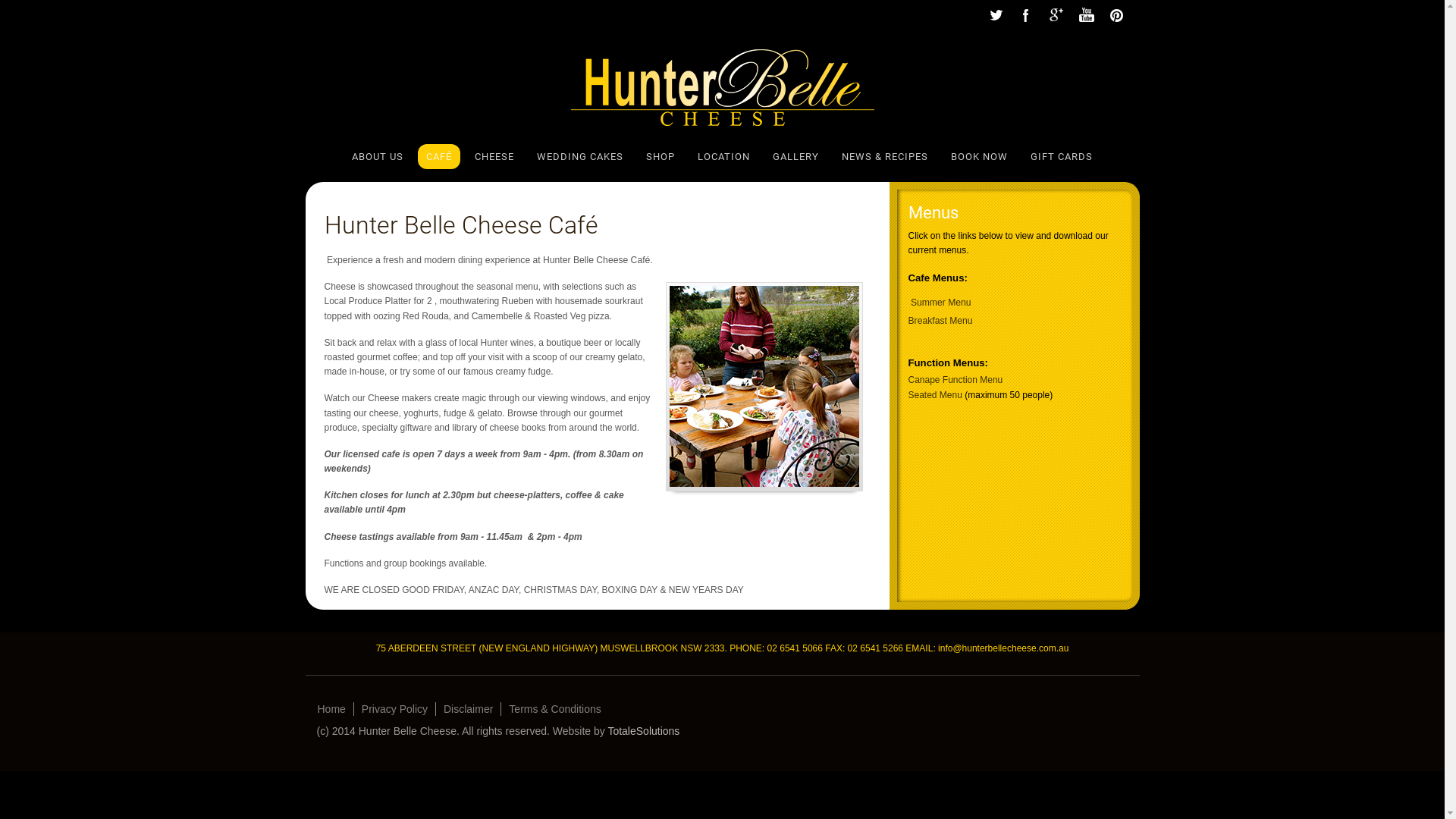 The width and height of the screenshot is (1456, 819). I want to click on 'WEDDING CAKES', so click(537, 156).